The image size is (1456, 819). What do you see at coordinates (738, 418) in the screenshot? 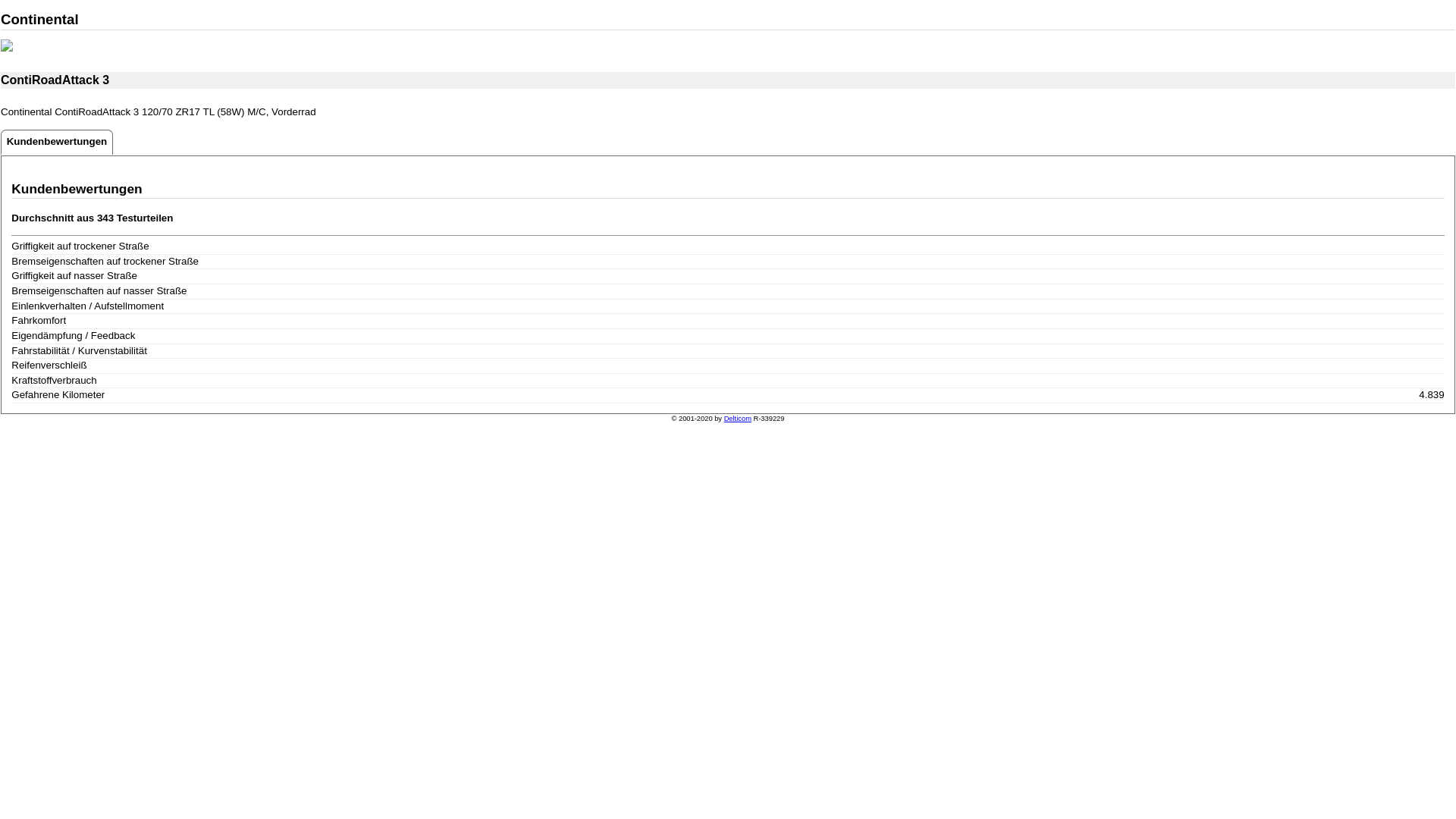
I see `'Delticom'` at bounding box center [738, 418].